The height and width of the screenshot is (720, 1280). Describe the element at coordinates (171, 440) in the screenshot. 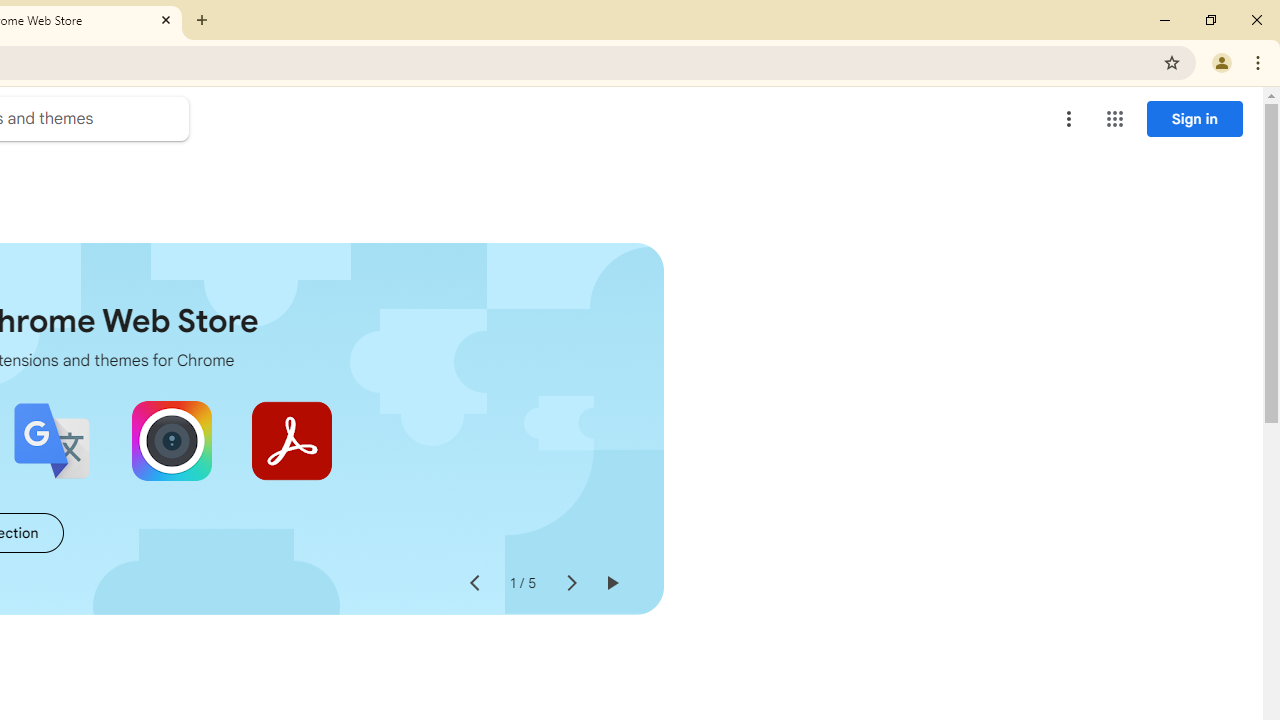

I see `'Awesome Screen Recorder & Screenshot'` at that location.